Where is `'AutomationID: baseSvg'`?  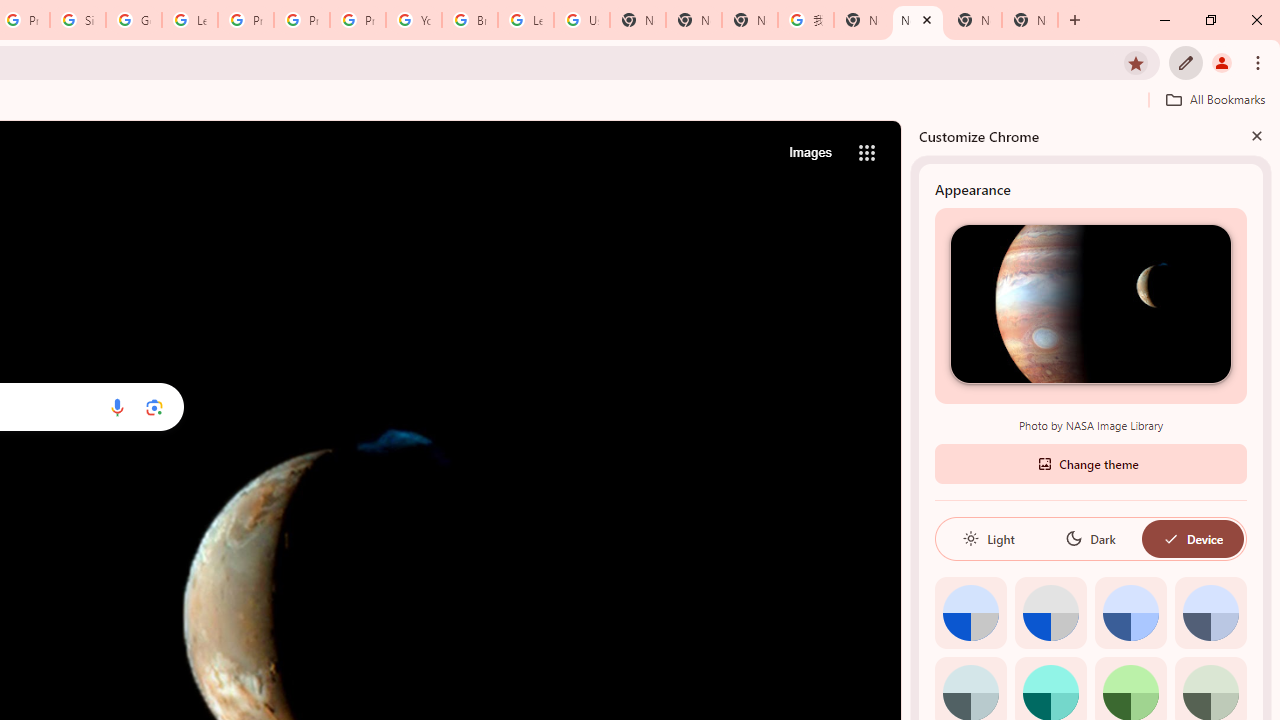
'AutomationID: baseSvg' is located at coordinates (1170, 537).